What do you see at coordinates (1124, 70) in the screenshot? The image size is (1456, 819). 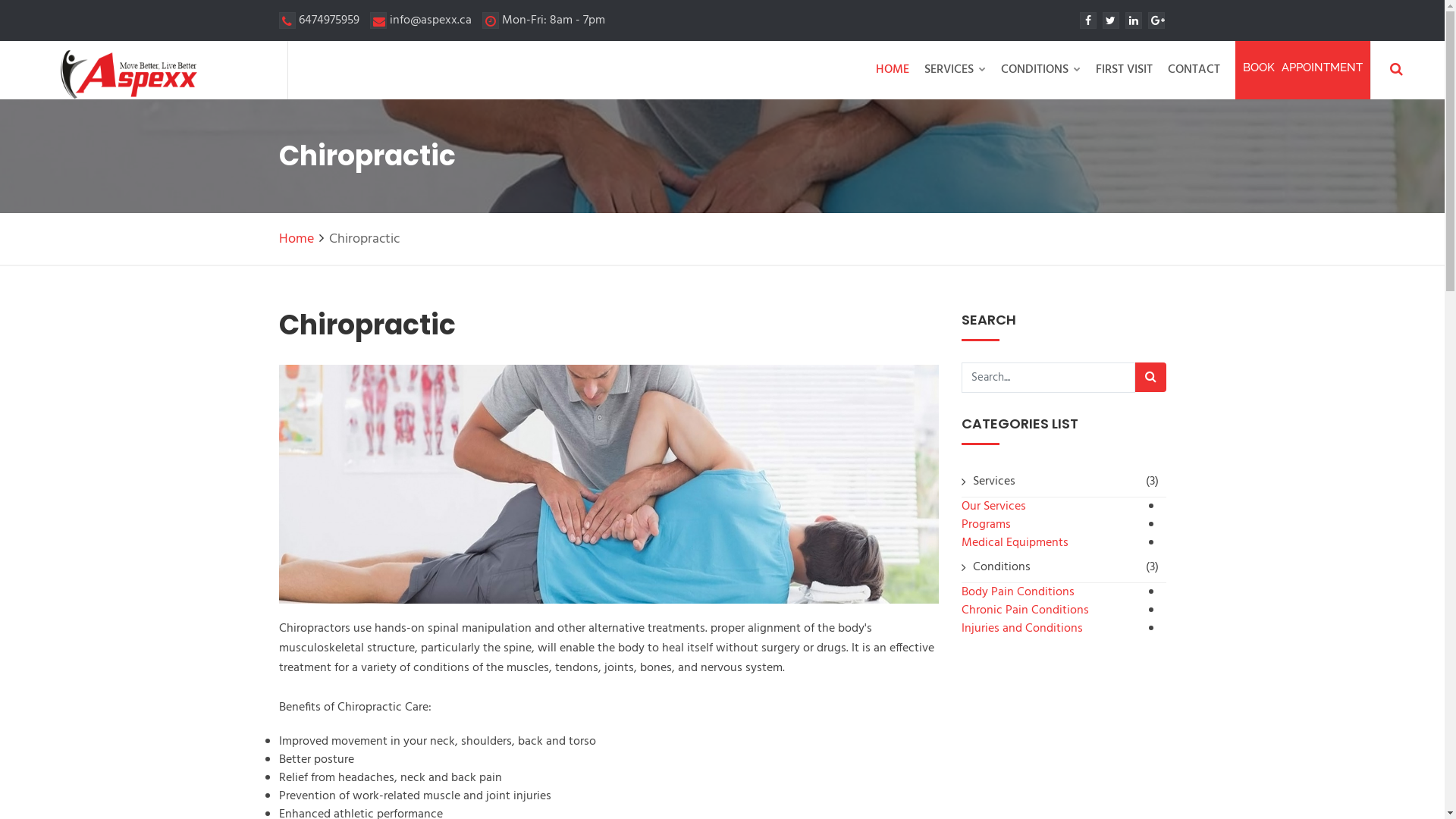 I see `'FIRST VISIT'` at bounding box center [1124, 70].